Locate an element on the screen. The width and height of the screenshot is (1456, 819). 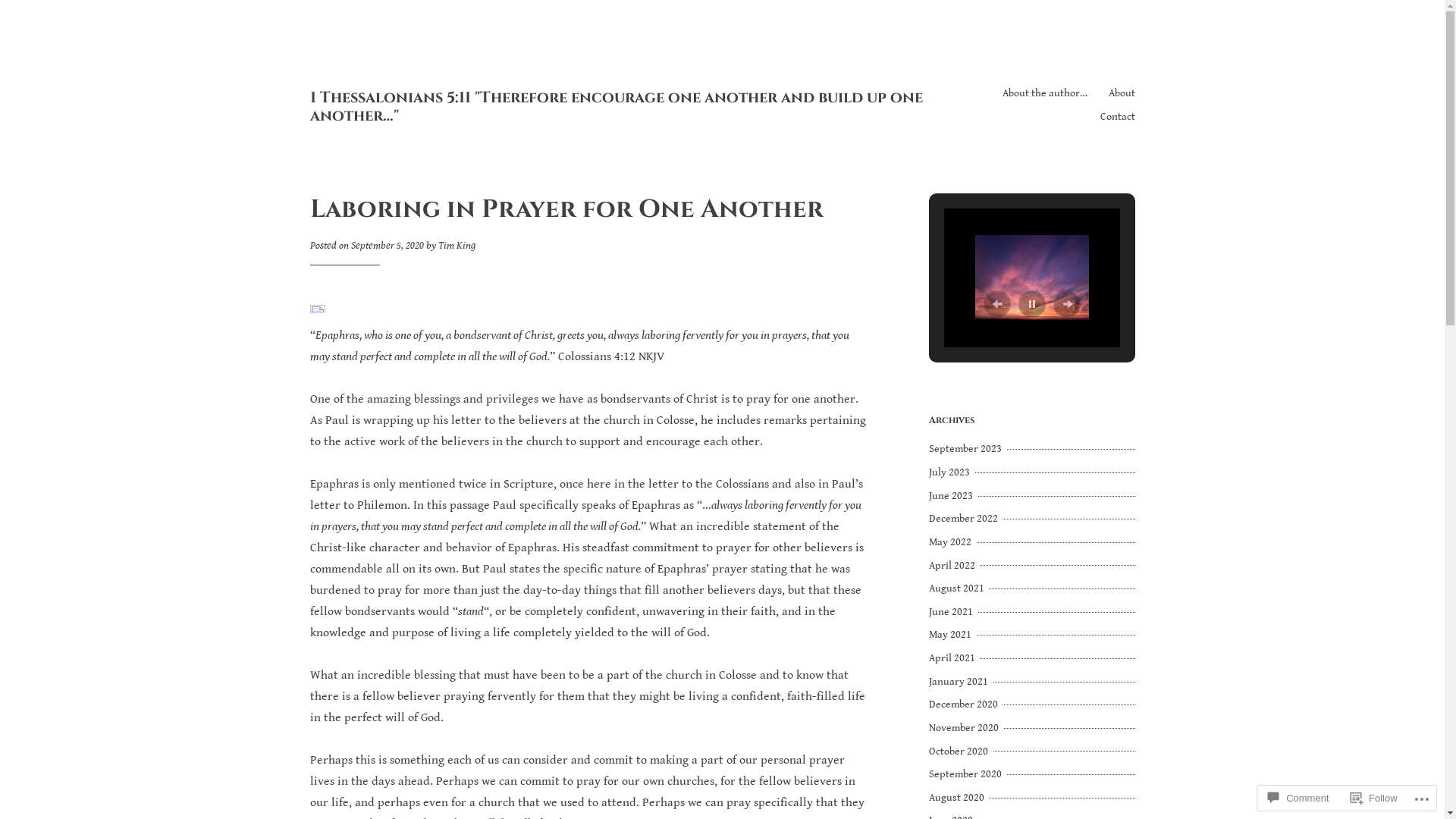
'Contact' is located at coordinates (1117, 116).